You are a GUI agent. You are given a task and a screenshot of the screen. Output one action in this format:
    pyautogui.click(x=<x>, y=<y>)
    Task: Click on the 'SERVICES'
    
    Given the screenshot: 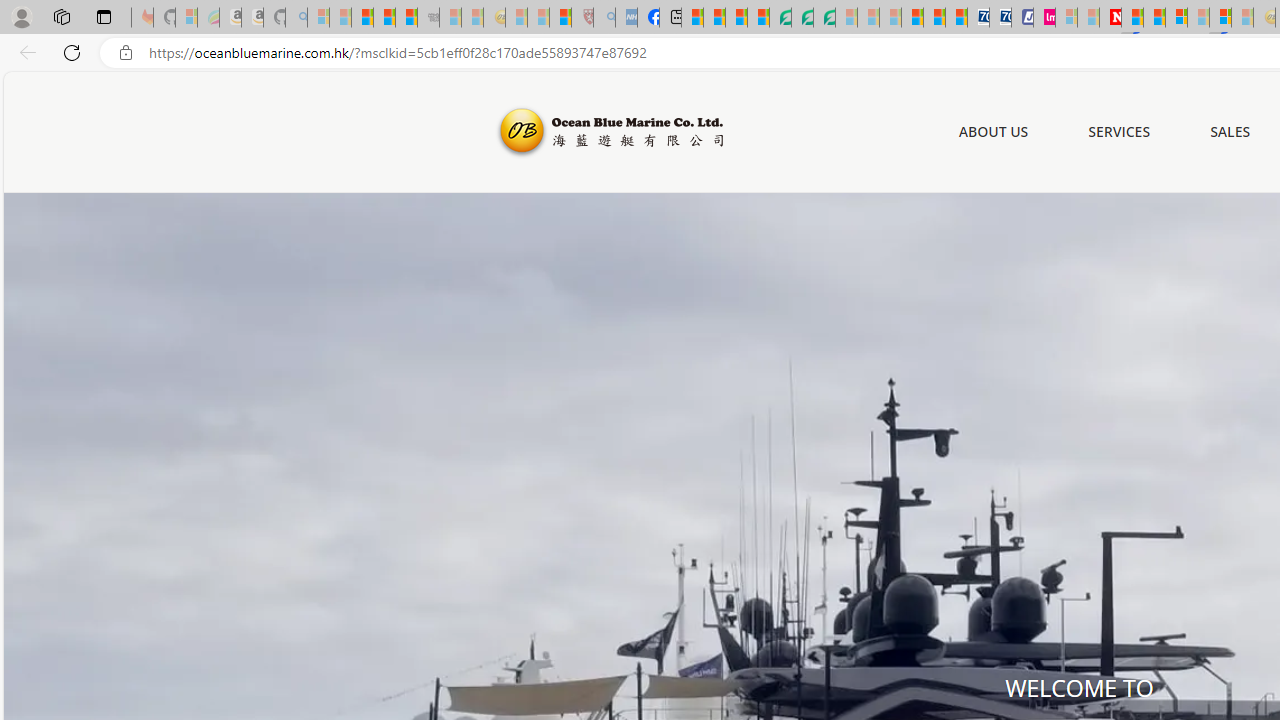 What is the action you would take?
    pyautogui.click(x=1120, y=131)
    